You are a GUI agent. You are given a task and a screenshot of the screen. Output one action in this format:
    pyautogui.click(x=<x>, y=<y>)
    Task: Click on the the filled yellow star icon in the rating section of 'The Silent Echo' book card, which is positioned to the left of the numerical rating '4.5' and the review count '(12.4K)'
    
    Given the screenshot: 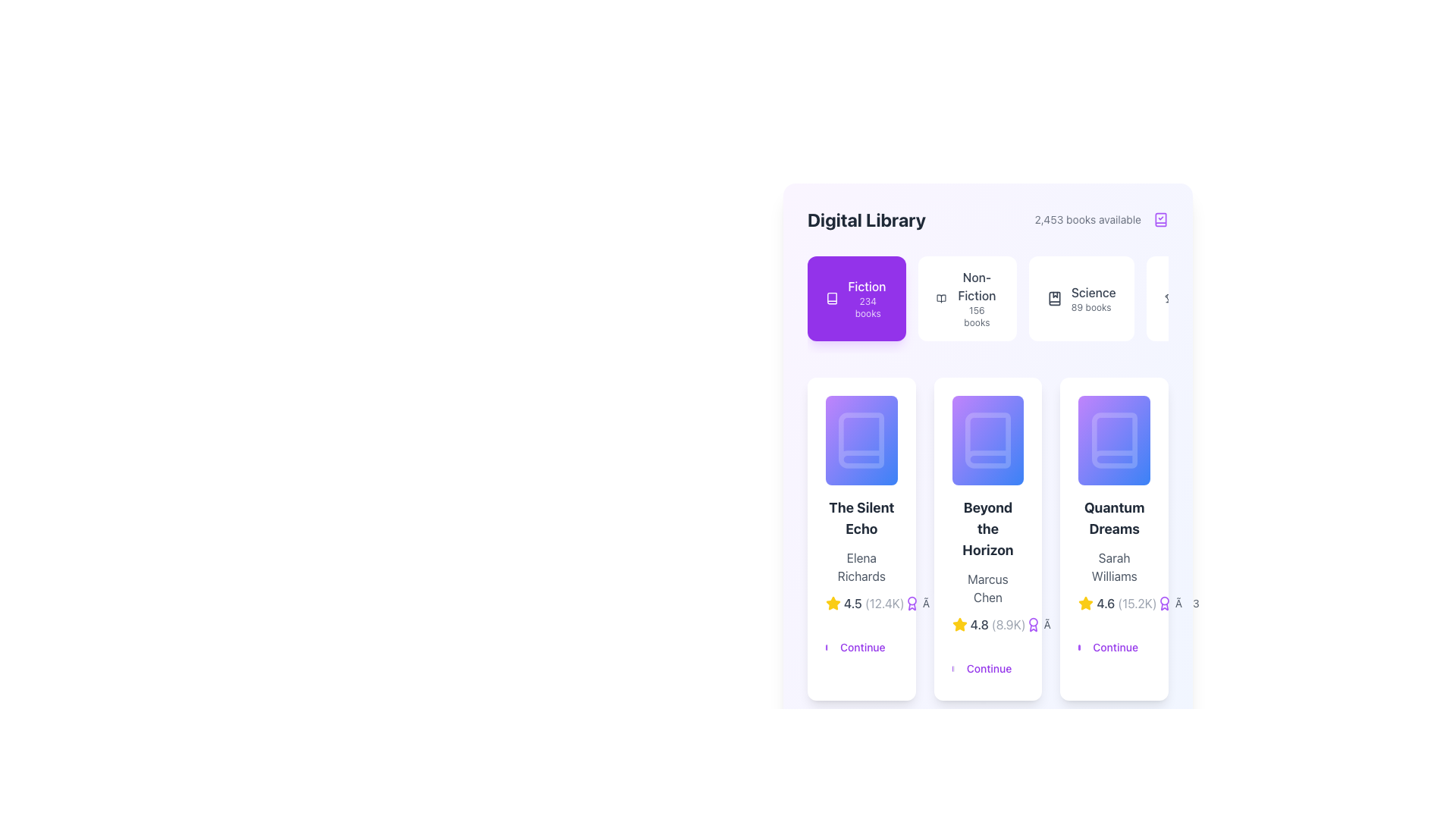 What is the action you would take?
    pyautogui.click(x=833, y=602)
    